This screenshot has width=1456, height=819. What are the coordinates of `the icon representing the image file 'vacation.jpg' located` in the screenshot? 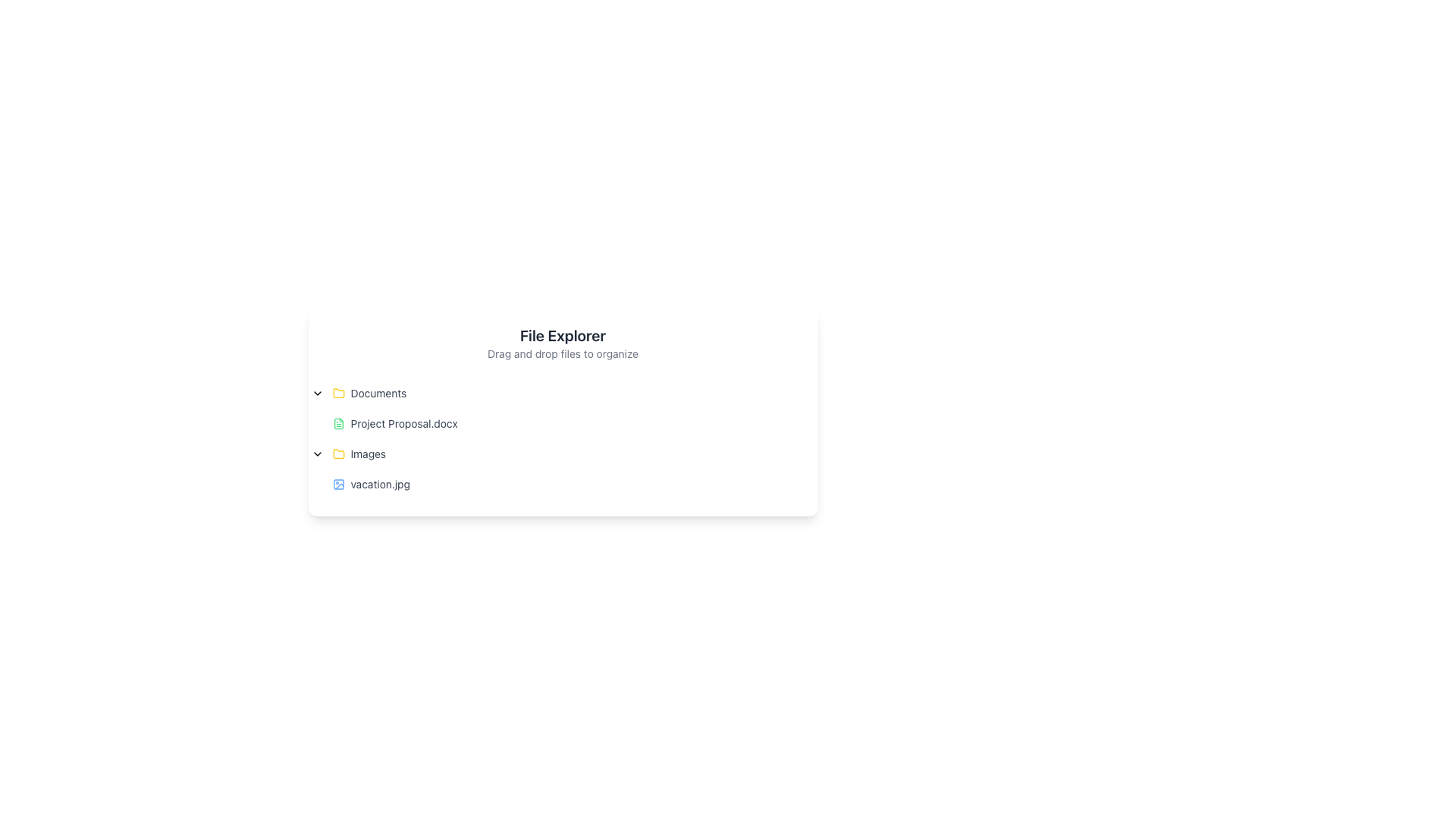 It's located at (337, 485).